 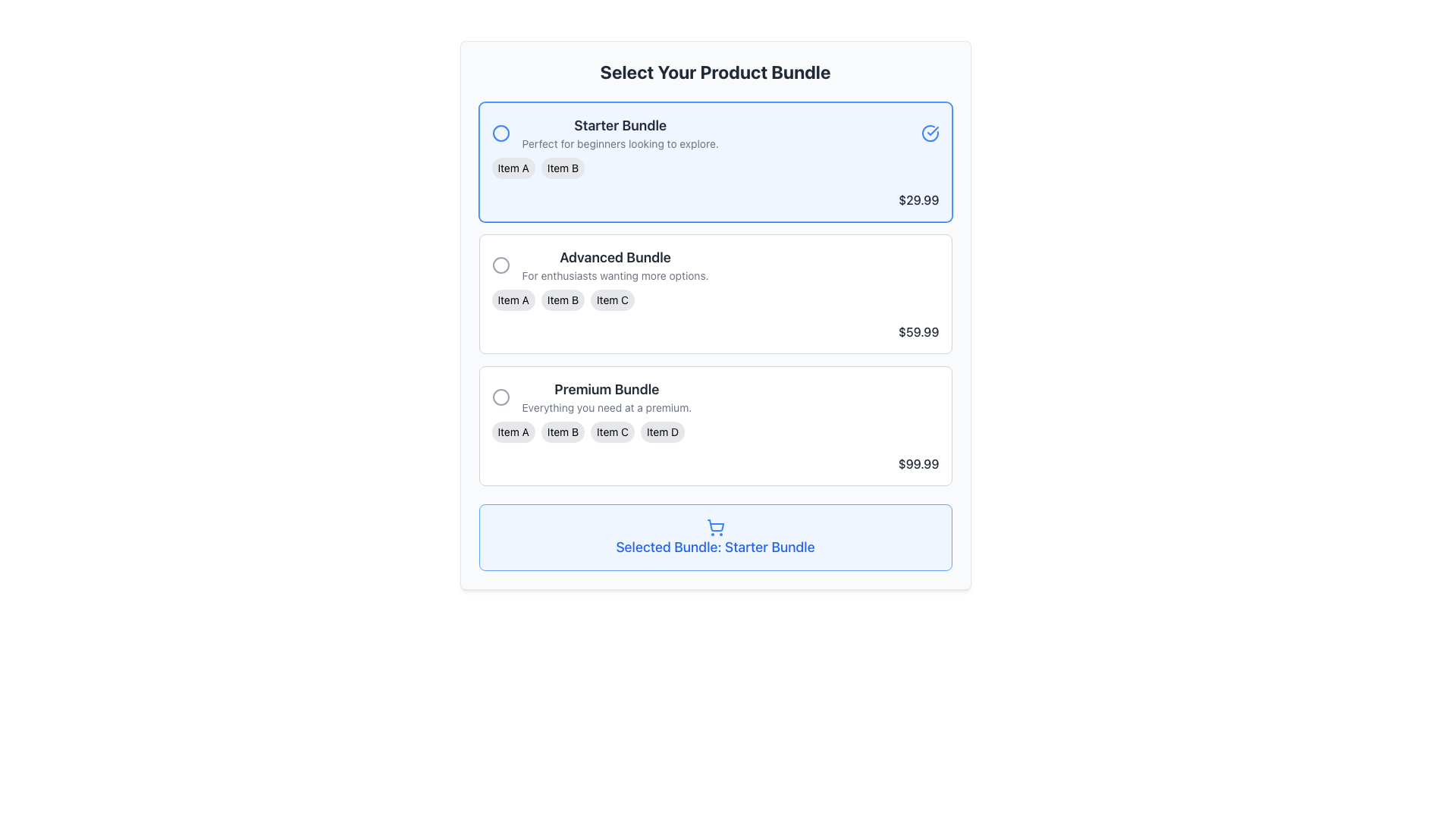 I want to click on the 'Starter Bundle' text block element, so click(x=620, y=133).